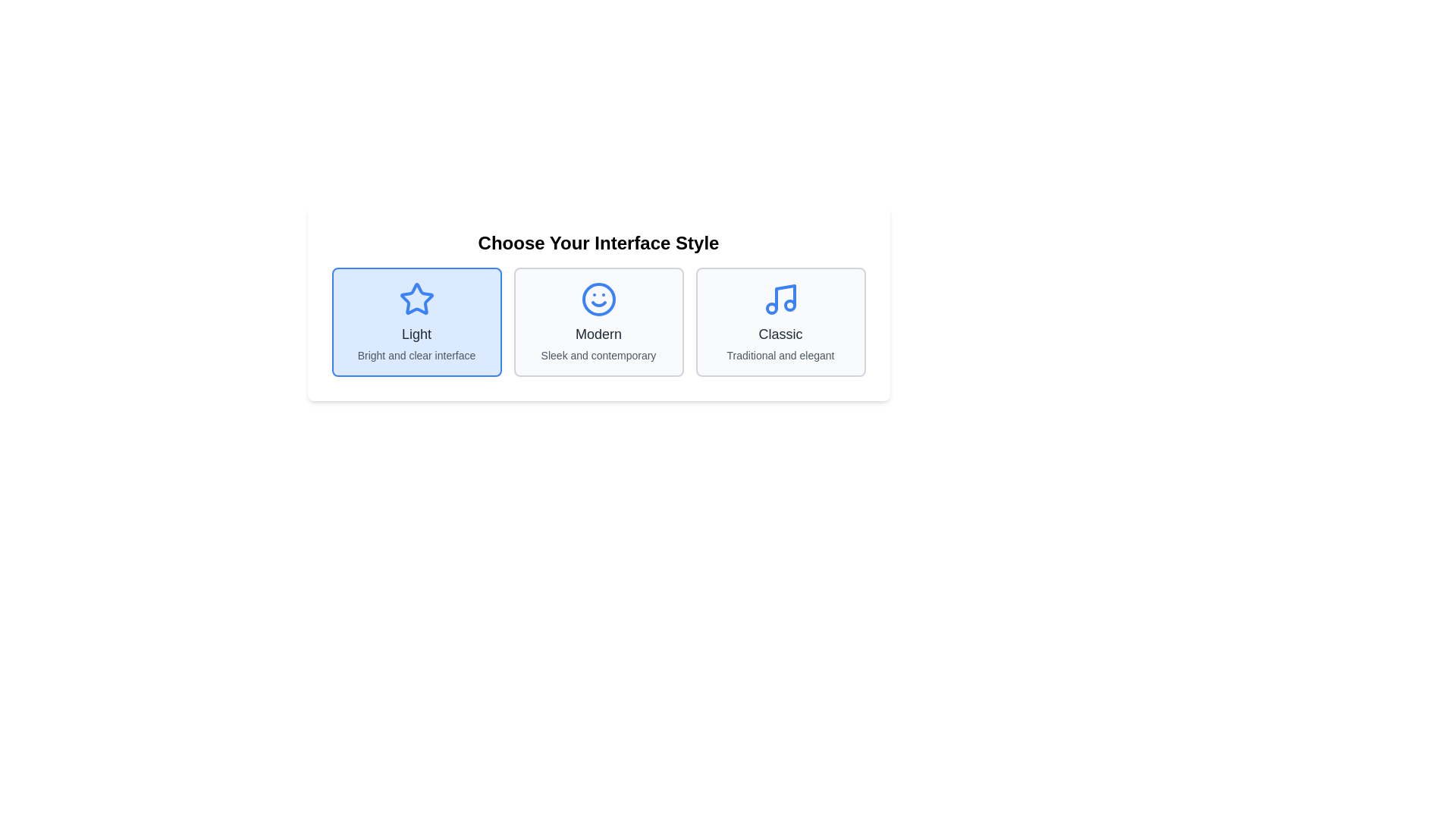  Describe the element at coordinates (780, 356) in the screenshot. I see `descriptive subtitle text element located at the bottom of the 'Classic' card, which provides context about its attributes as 'Traditional and elegant'` at that location.